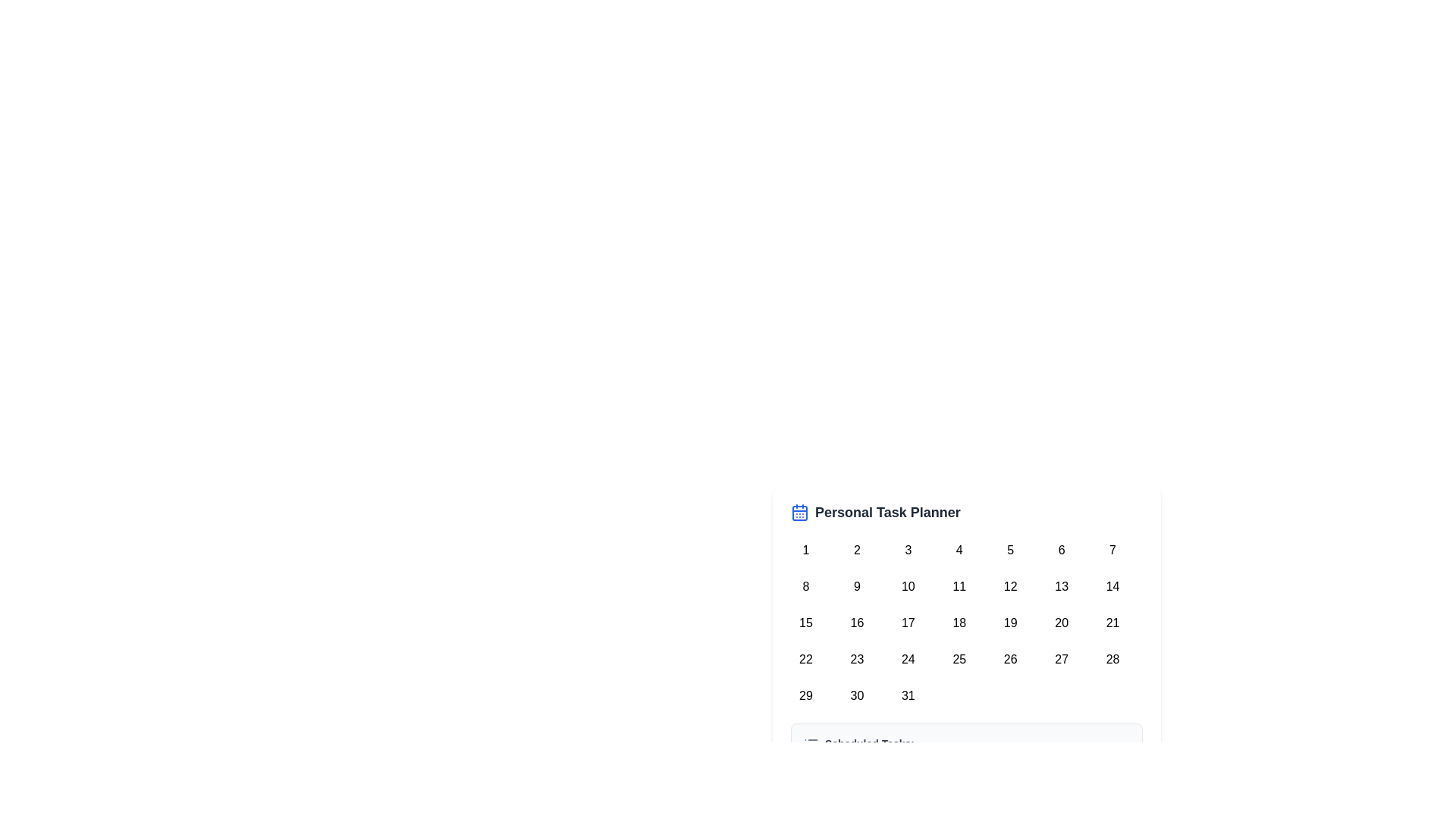 This screenshot has width=1456, height=819. I want to click on the 'Personal Task Planner' text label, which is a bold, large, dark gray text positioned to the right of a blue calendar icon in the top center of the calendar widget, so click(887, 512).